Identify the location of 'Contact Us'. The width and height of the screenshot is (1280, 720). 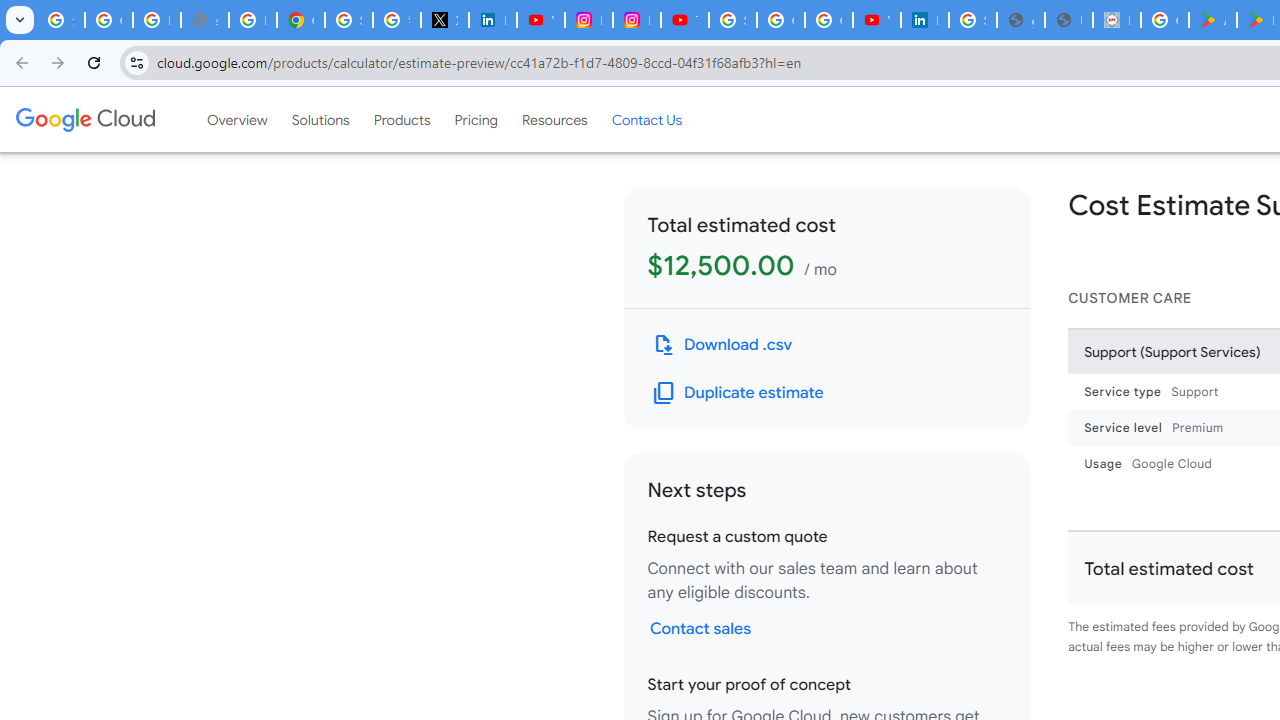
(647, 119).